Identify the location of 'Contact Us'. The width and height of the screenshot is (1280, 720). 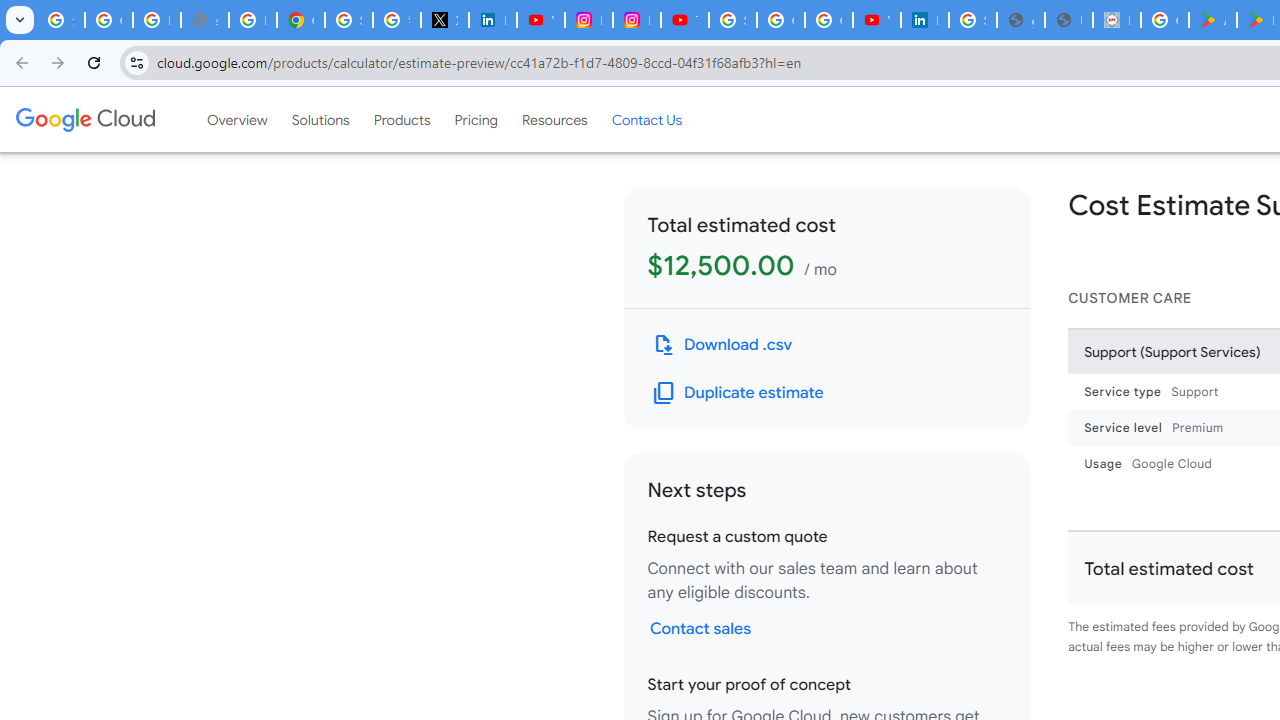
(647, 119).